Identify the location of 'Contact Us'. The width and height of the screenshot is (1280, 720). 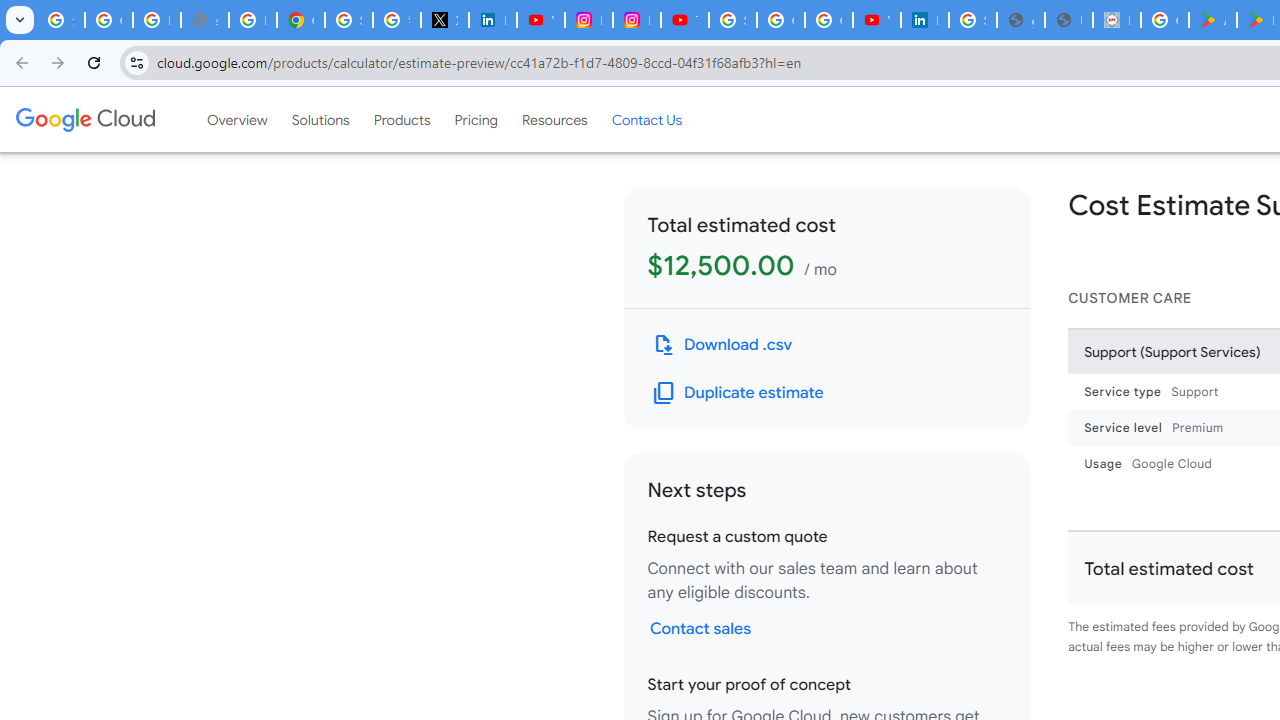
(647, 119).